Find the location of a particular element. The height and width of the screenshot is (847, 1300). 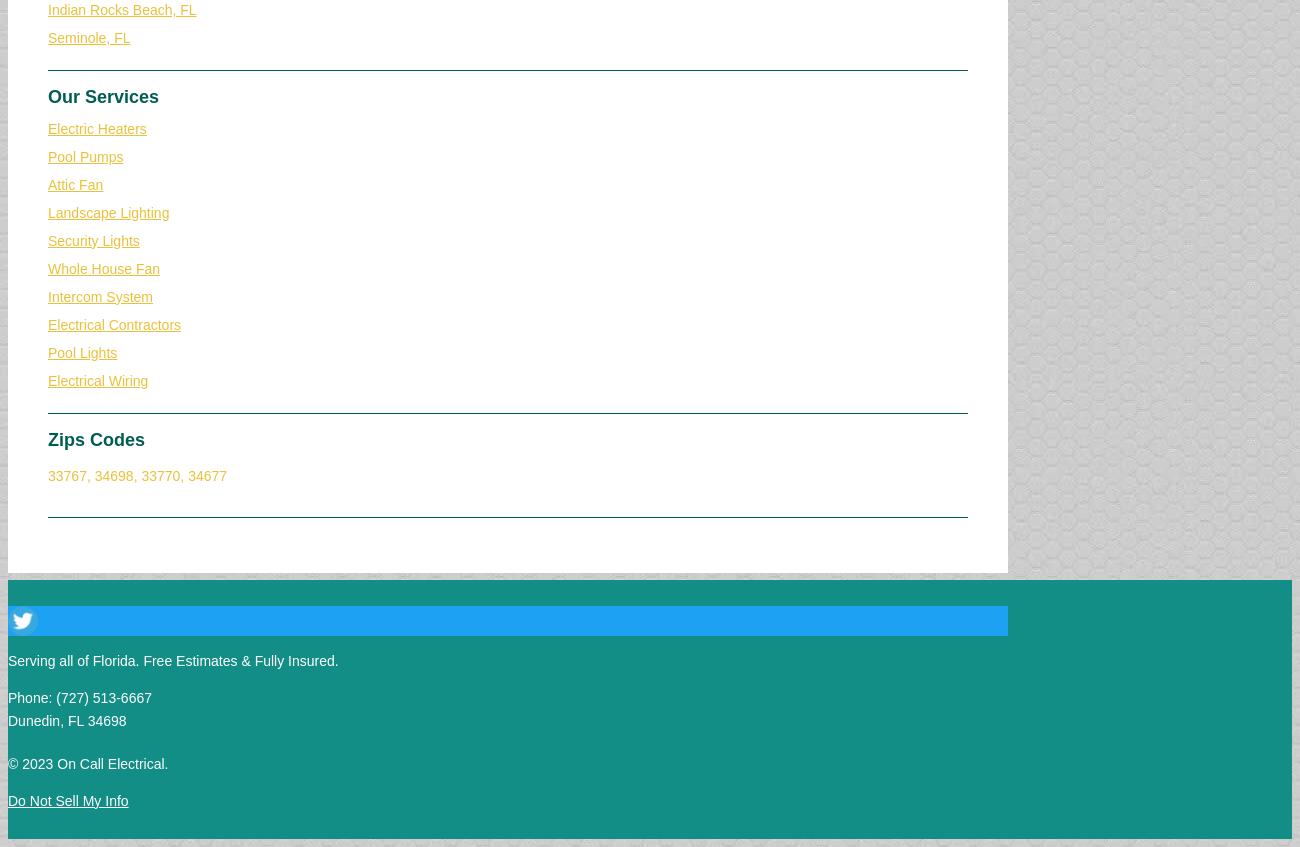

'Our Services' is located at coordinates (103, 95).